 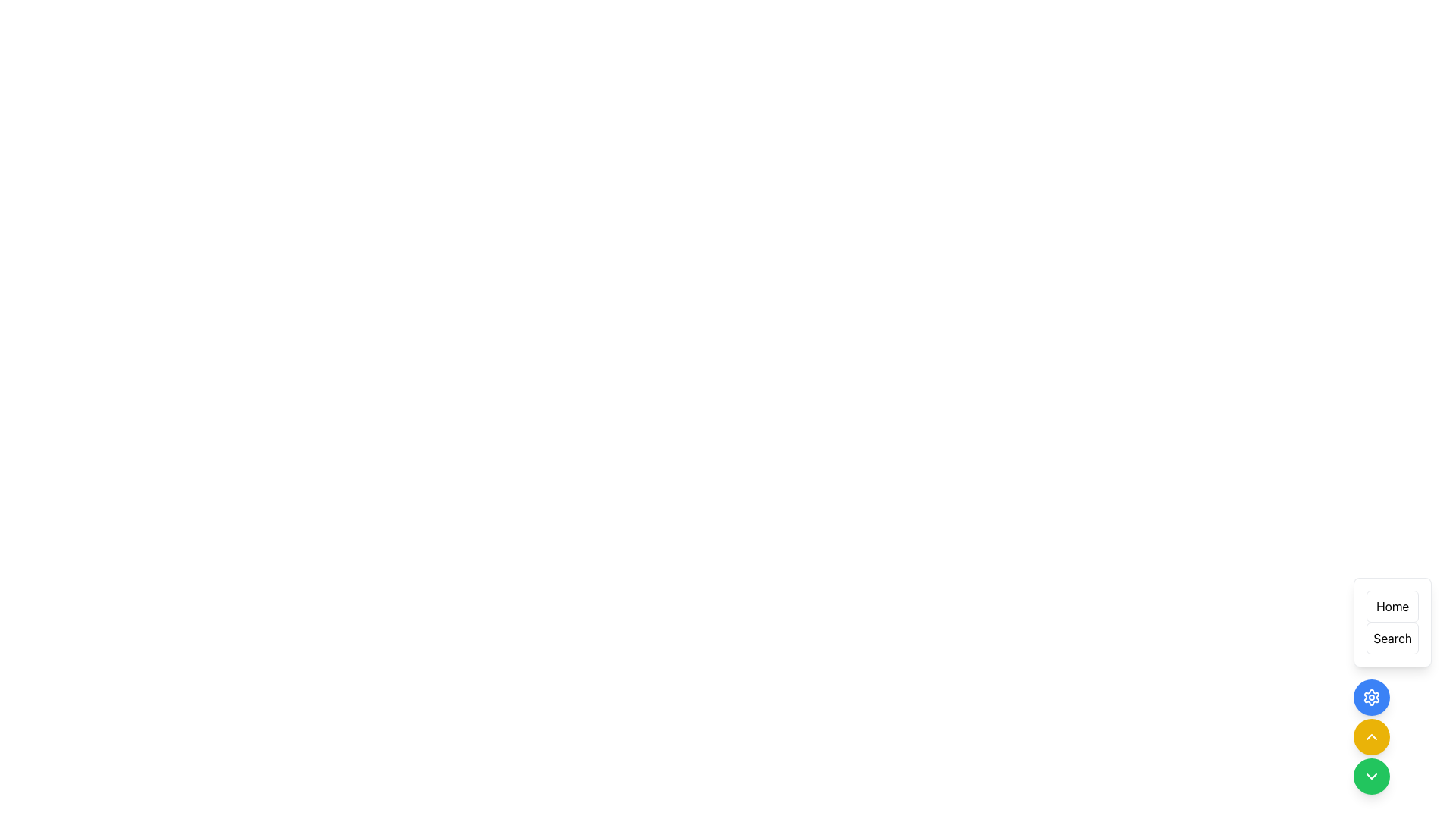 What do you see at coordinates (1372, 776) in the screenshot?
I see `the down or expand button located at the bottom-right area of the interface, which is the last in a vertically-stacked group of three buttons` at bounding box center [1372, 776].